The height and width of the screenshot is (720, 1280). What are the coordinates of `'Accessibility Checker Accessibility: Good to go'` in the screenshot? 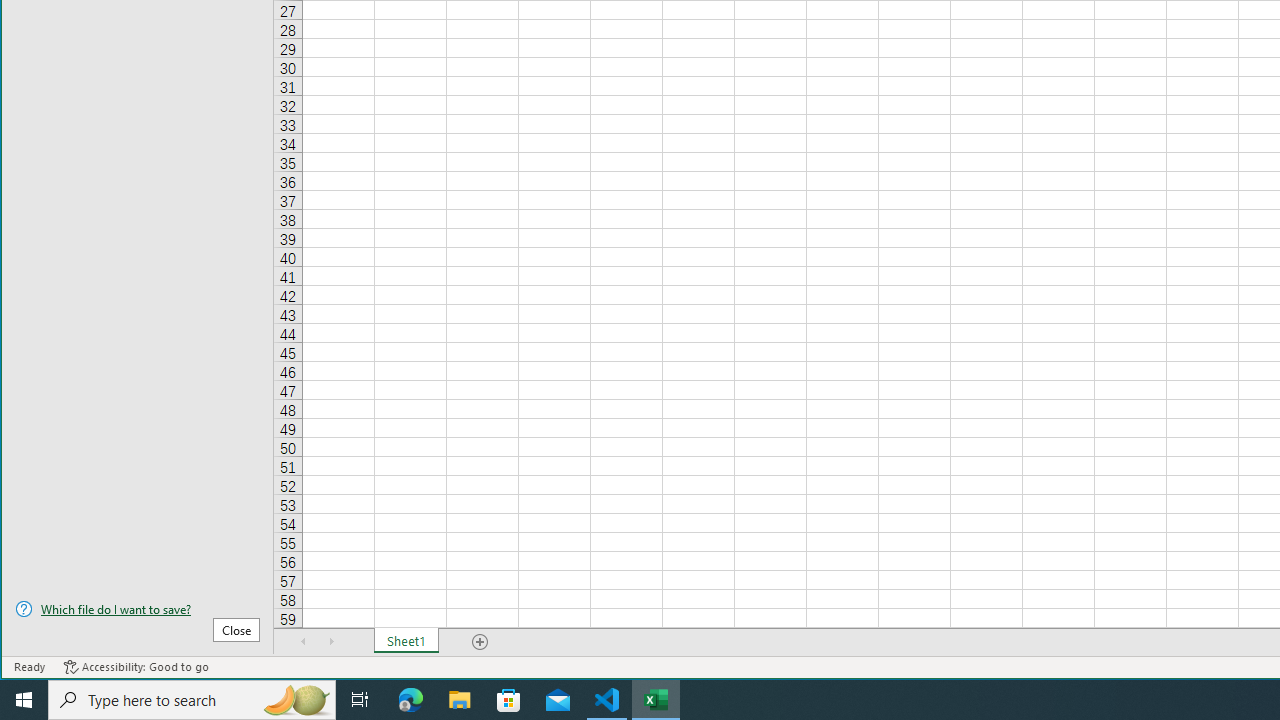 It's located at (135, 667).